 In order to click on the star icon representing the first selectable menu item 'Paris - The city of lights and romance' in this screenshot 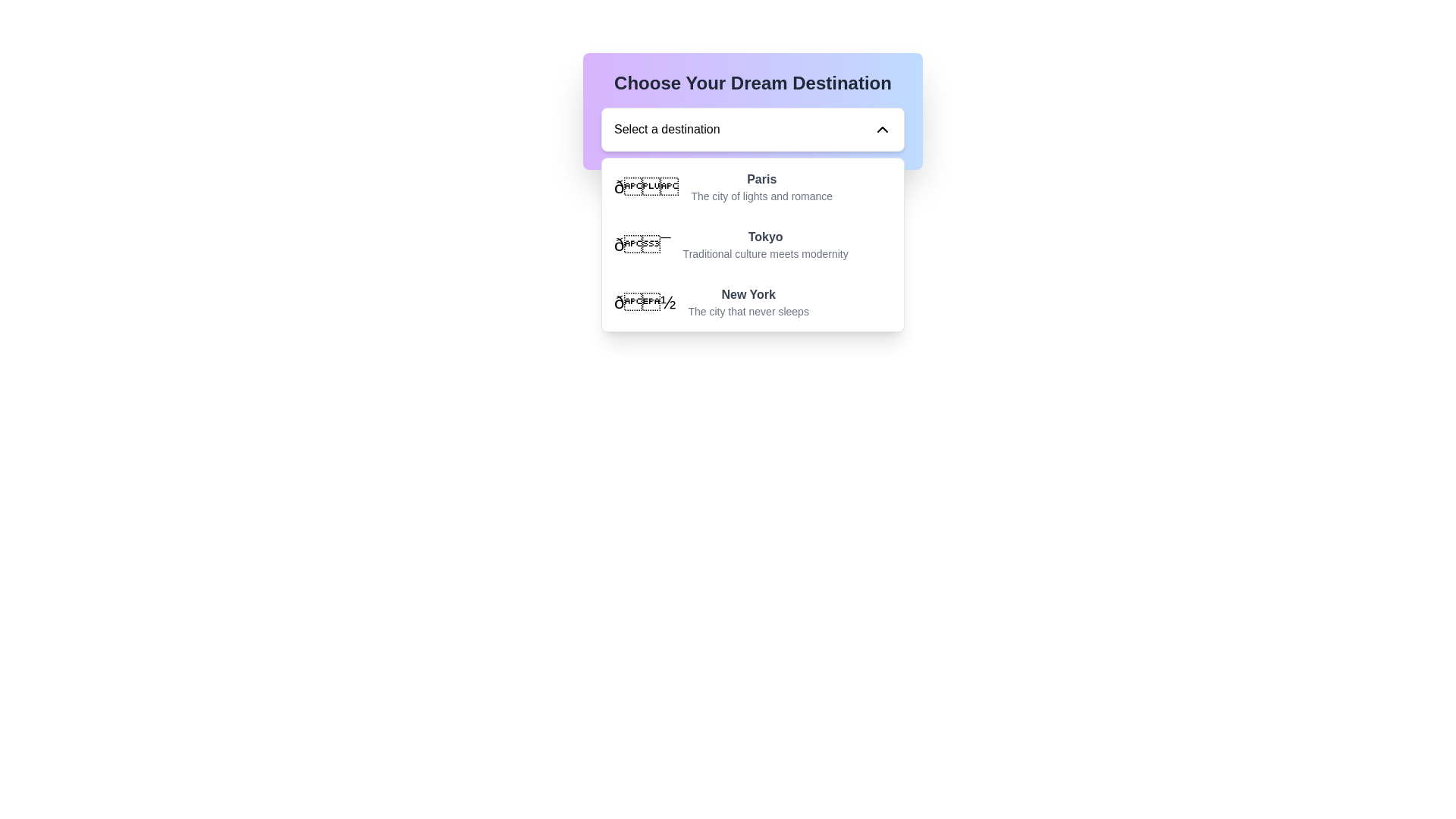, I will do `click(646, 186)`.